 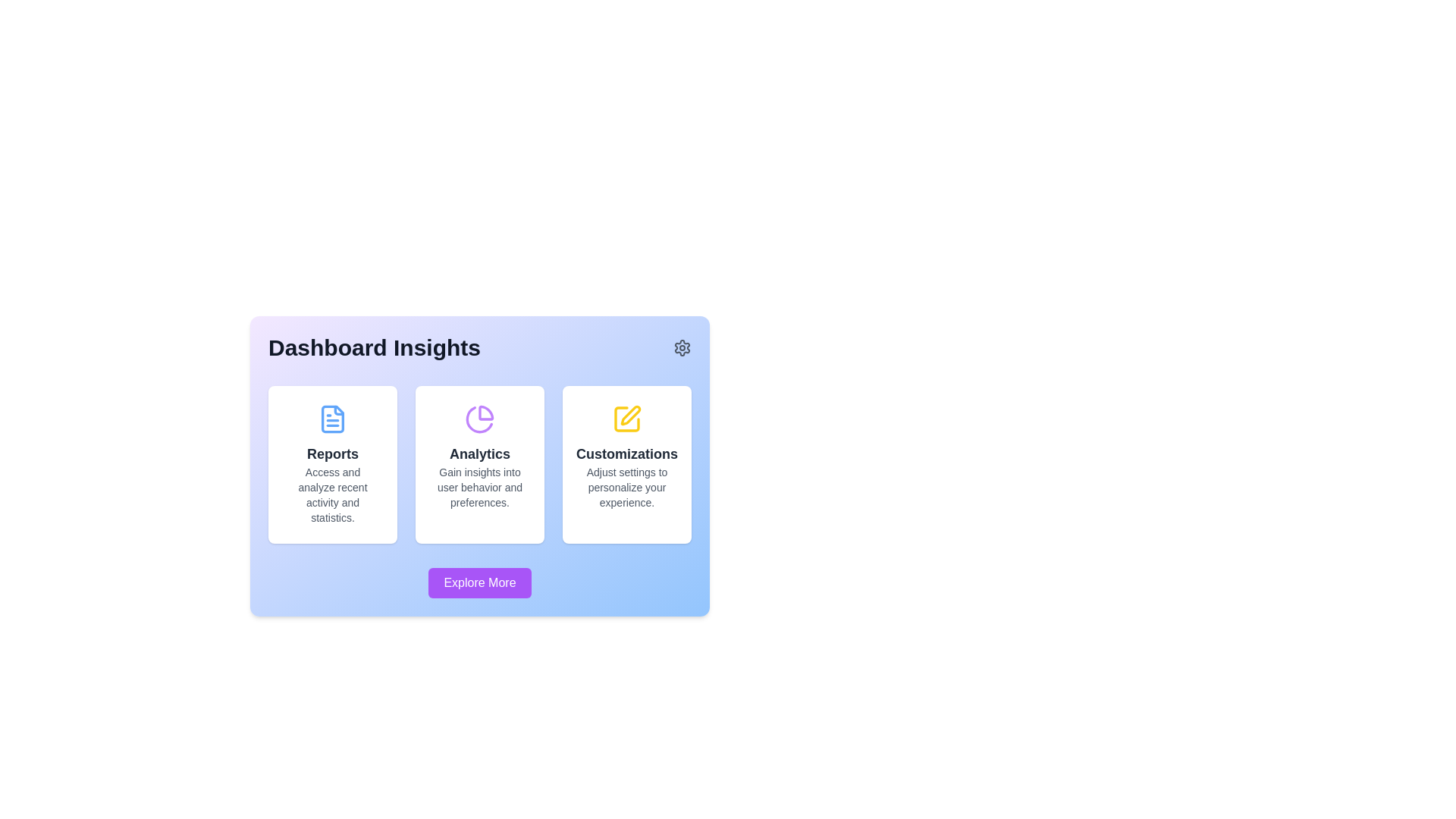 I want to click on the gear icon button in the top-right section of the 'Dashboard Insights' interface, so click(x=682, y=348).